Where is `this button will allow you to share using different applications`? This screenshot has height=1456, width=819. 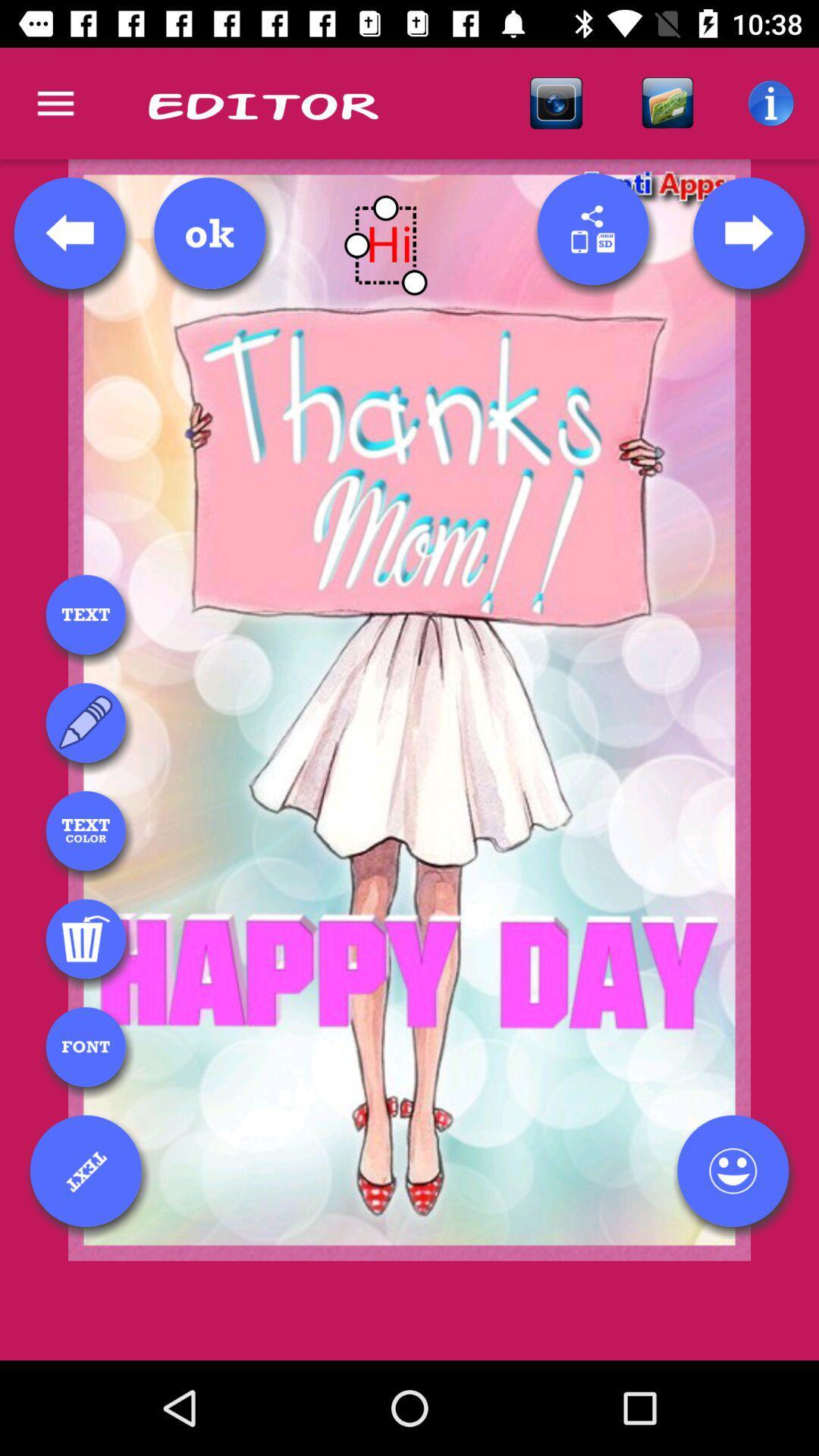 this button will allow you to share using different applications is located at coordinates (592, 228).